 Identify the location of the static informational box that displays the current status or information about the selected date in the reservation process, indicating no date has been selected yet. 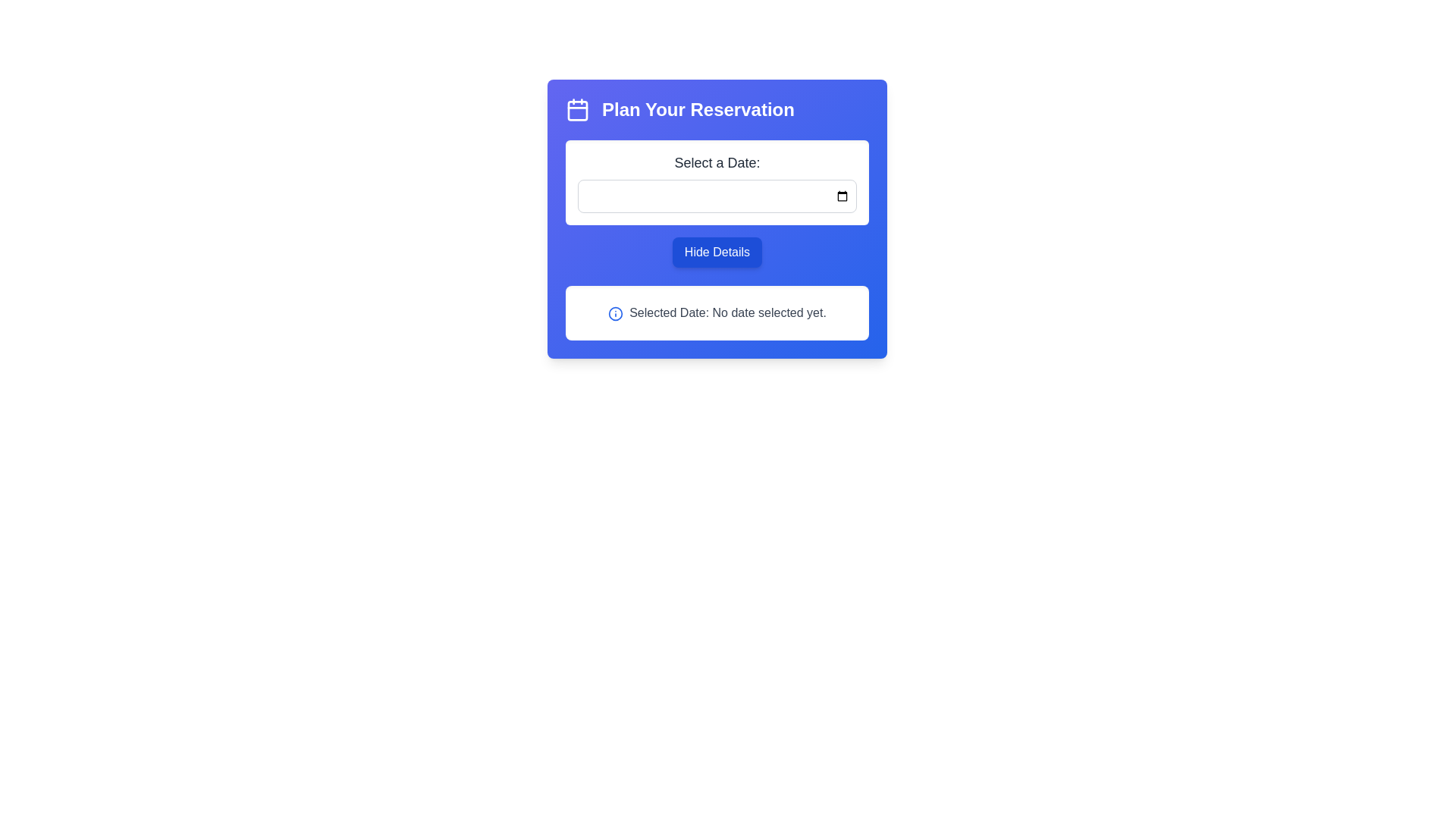
(716, 312).